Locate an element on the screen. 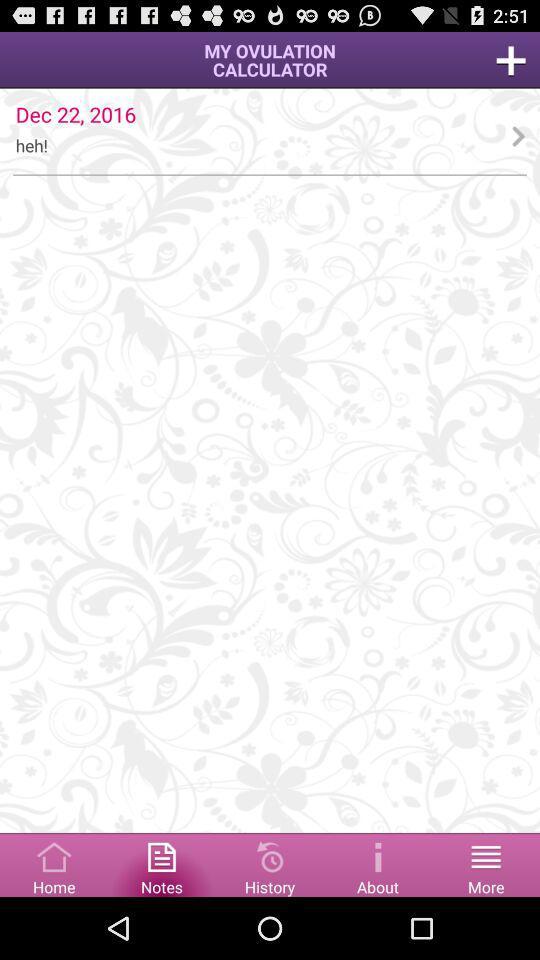  increment button is located at coordinates (511, 59).